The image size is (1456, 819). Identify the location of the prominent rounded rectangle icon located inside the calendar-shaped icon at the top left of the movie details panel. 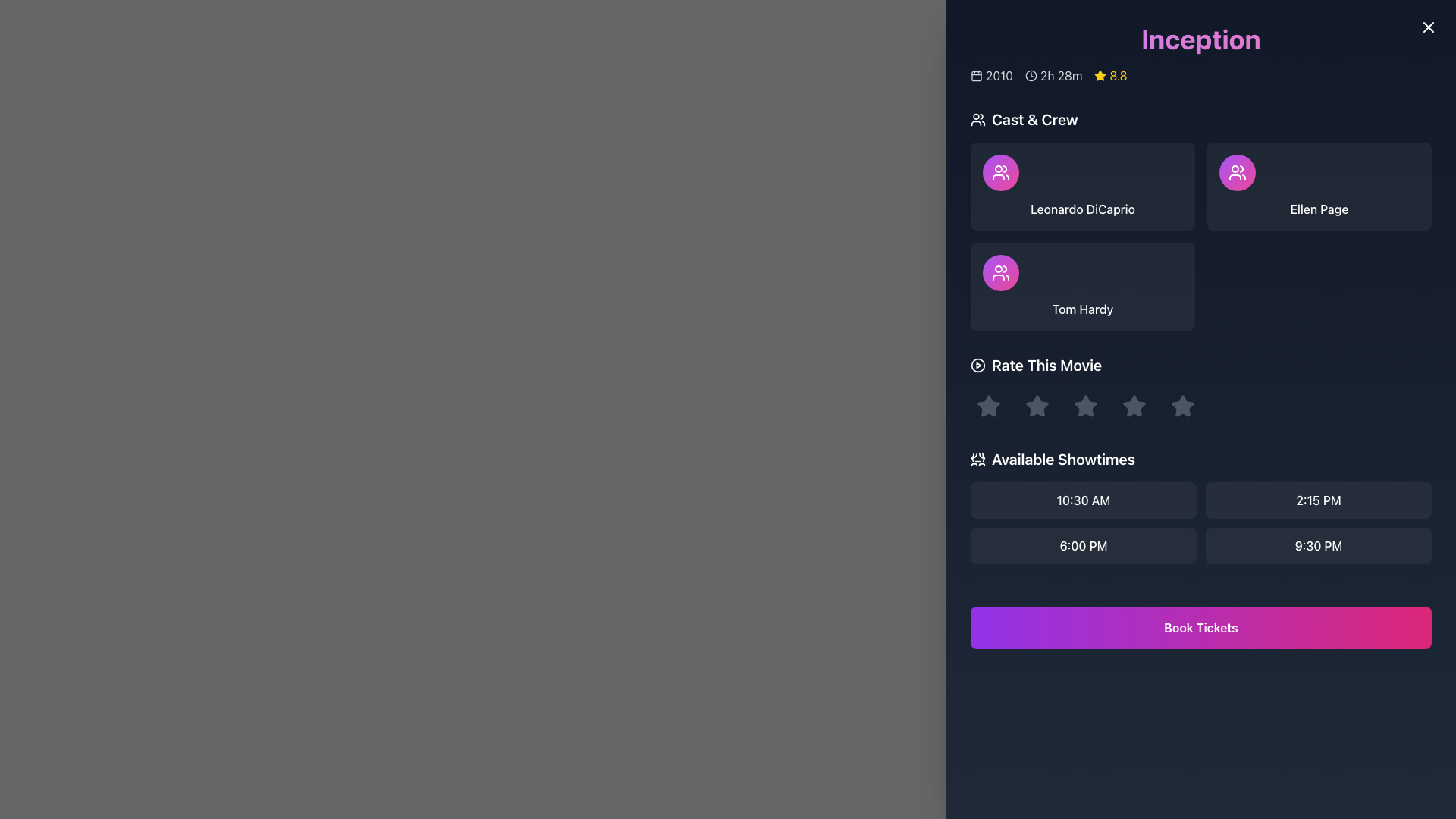
(976, 76).